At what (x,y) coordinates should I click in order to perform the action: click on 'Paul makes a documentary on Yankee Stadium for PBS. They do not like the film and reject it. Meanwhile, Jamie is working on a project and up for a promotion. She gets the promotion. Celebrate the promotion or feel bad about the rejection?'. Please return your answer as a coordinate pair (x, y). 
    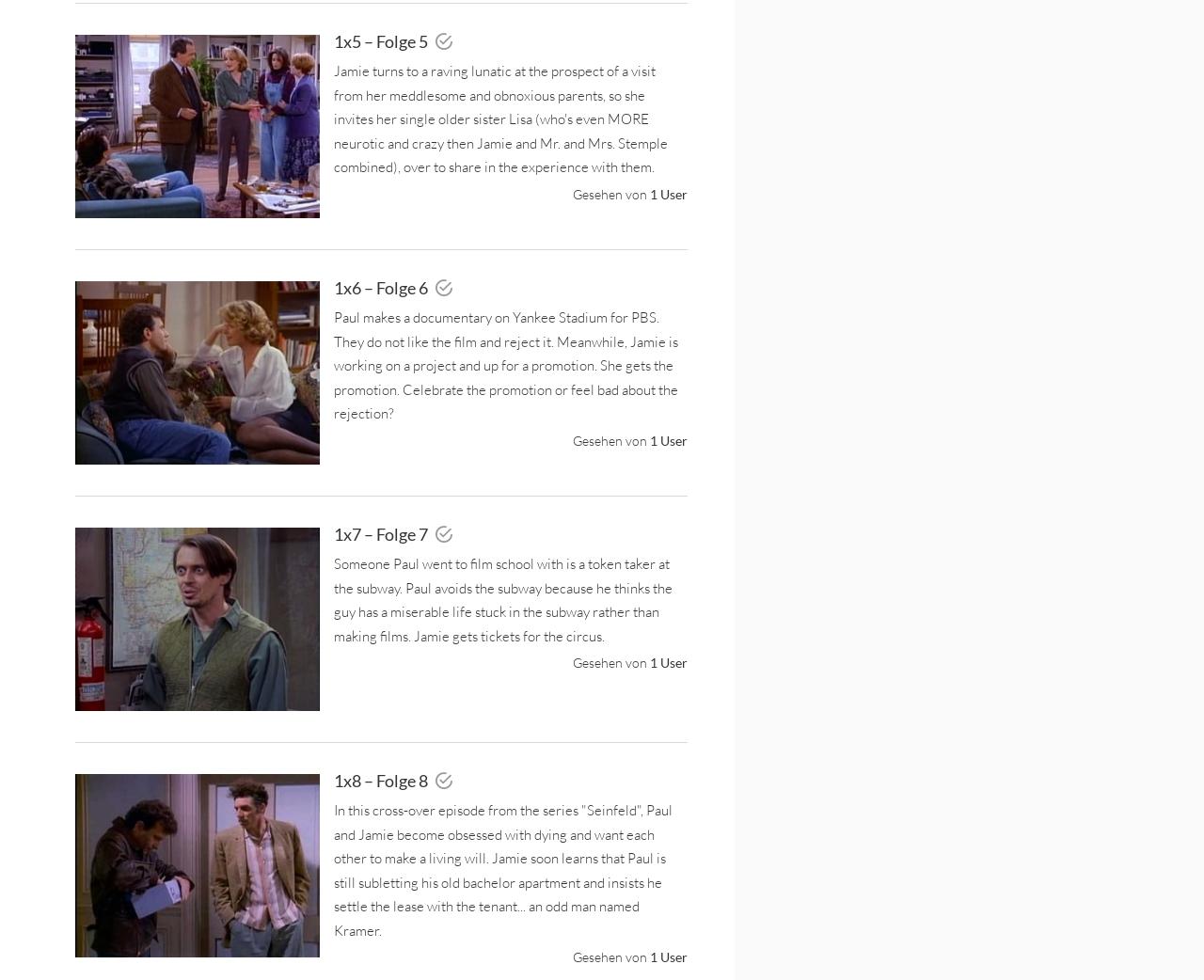
    Looking at the image, I should click on (505, 364).